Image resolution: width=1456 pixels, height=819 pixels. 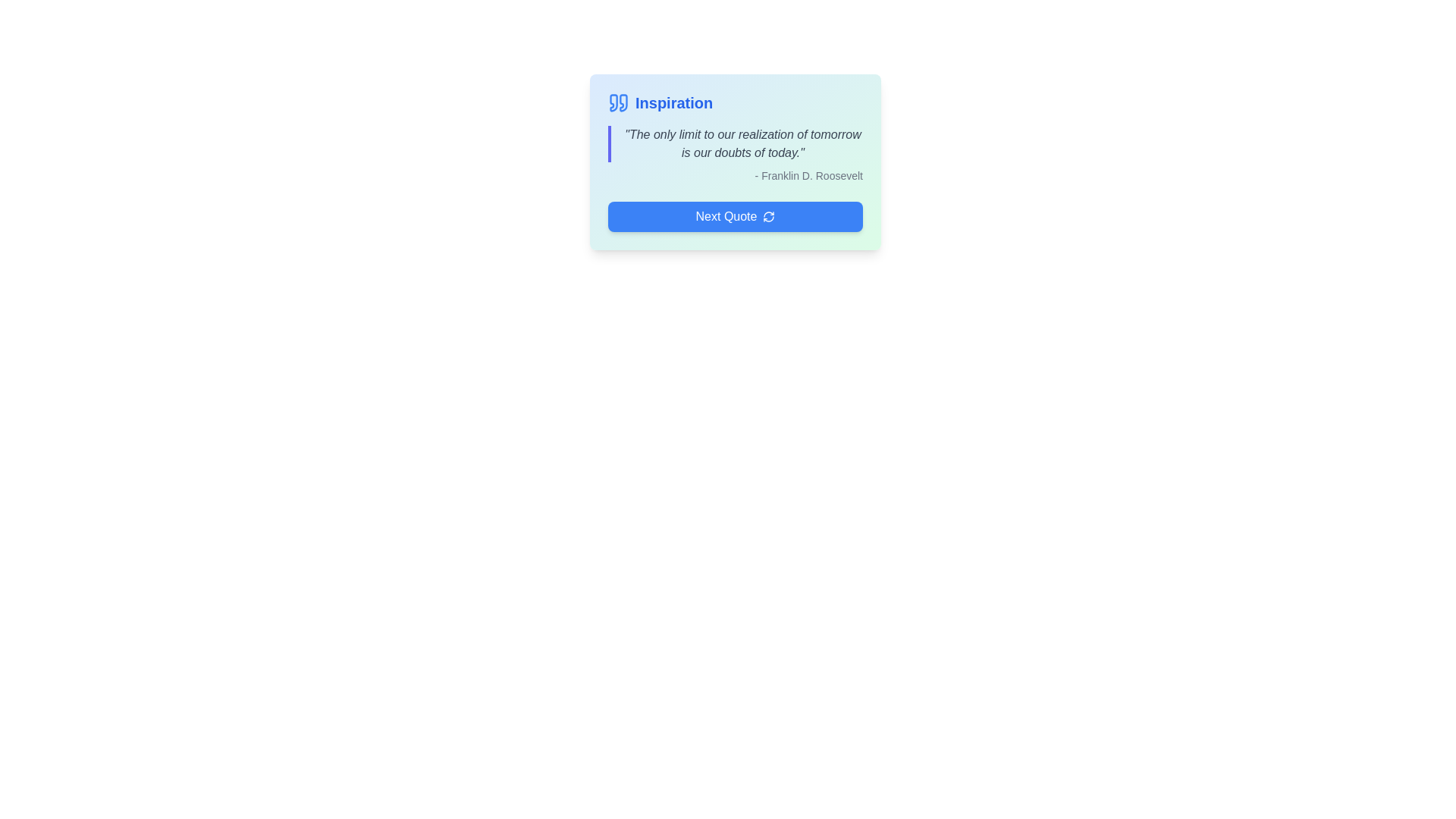 What do you see at coordinates (735, 216) in the screenshot?
I see `the button located at the bottom of the quote card for accessibility navigation` at bounding box center [735, 216].